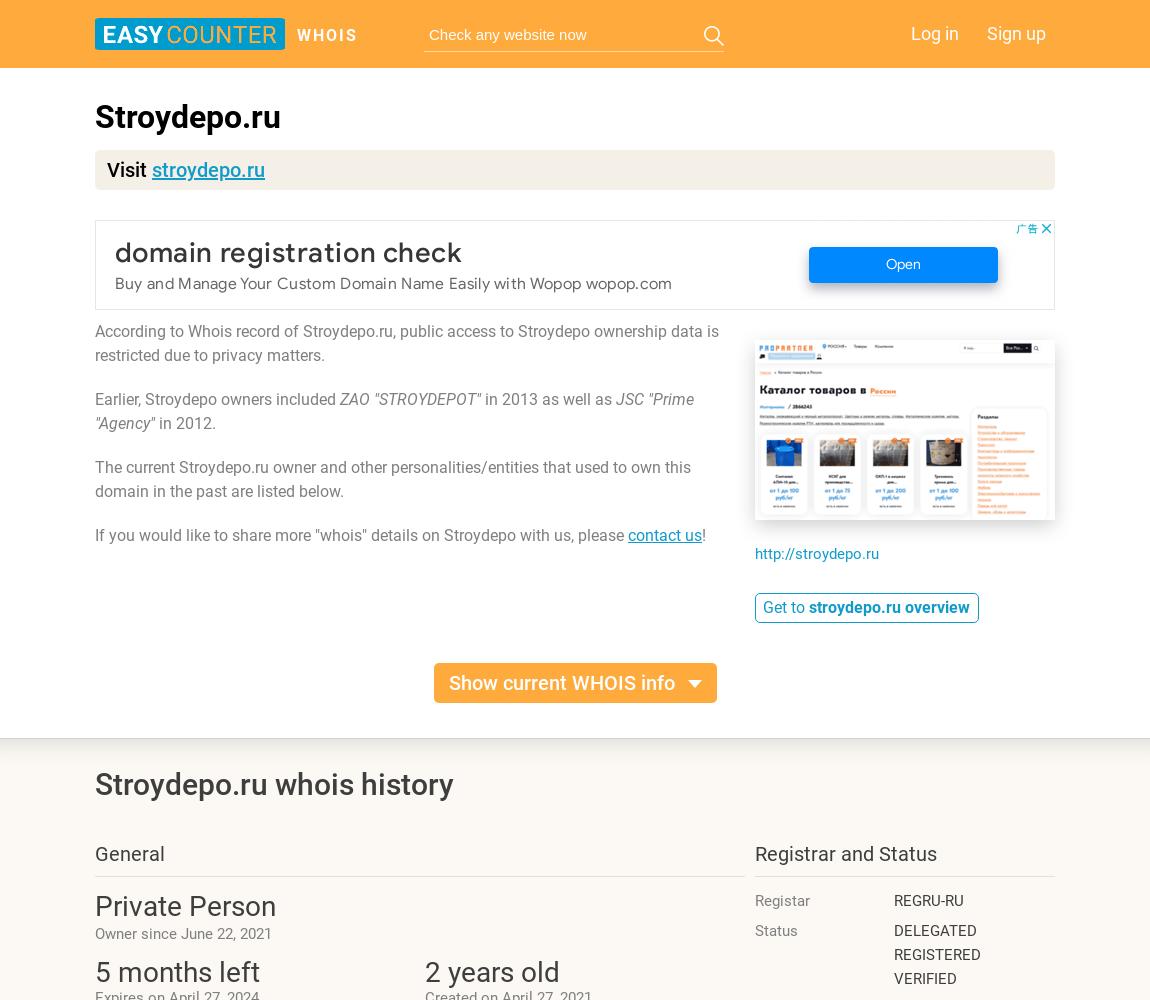 This screenshot has height=1000, width=1150. What do you see at coordinates (184, 906) in the screenshot?
I see `'Private Person'` at bounding box center [184, 906].